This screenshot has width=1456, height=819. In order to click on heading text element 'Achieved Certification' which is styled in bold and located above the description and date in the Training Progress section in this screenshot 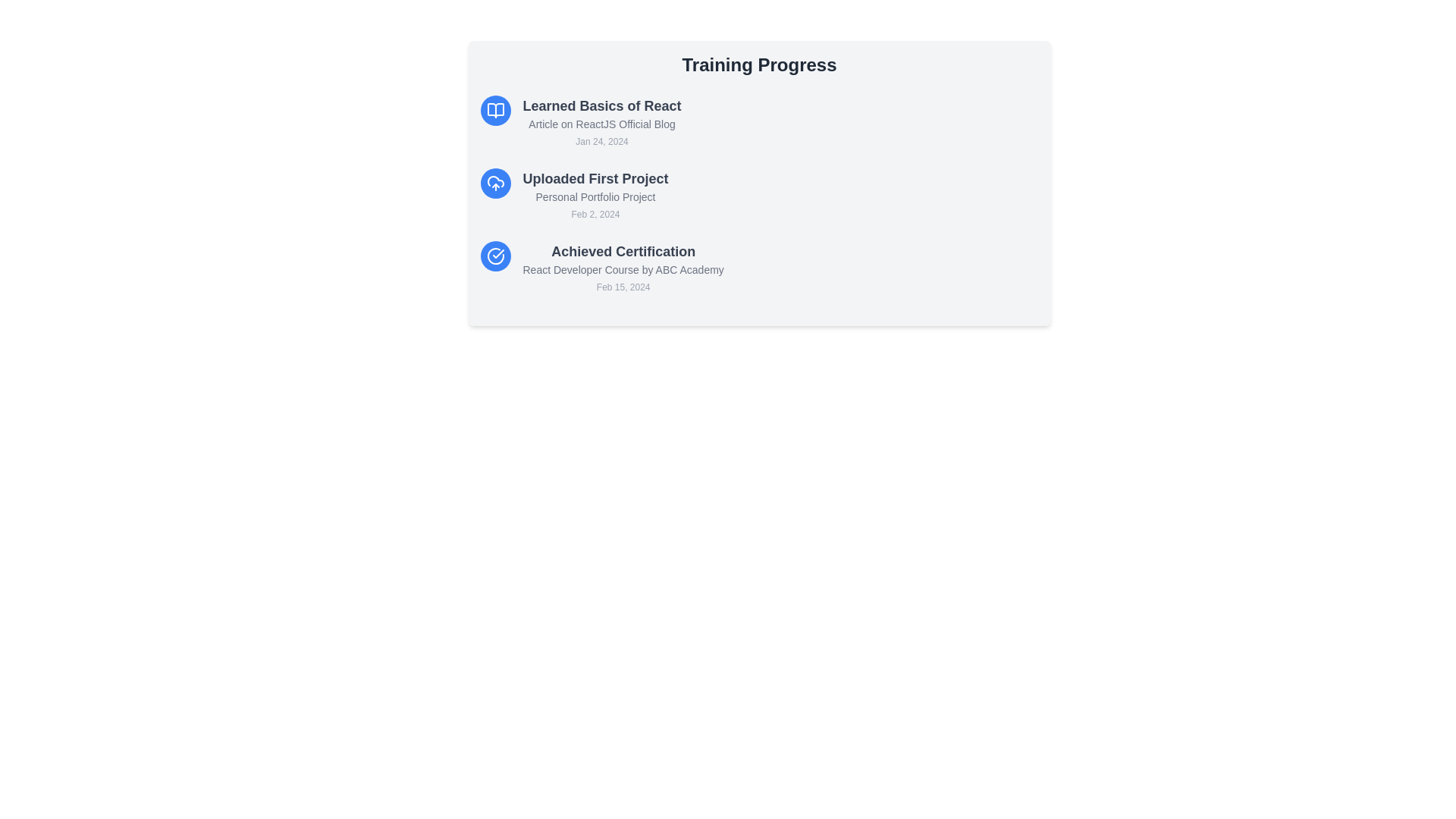, I will do `click(623, 250)`.